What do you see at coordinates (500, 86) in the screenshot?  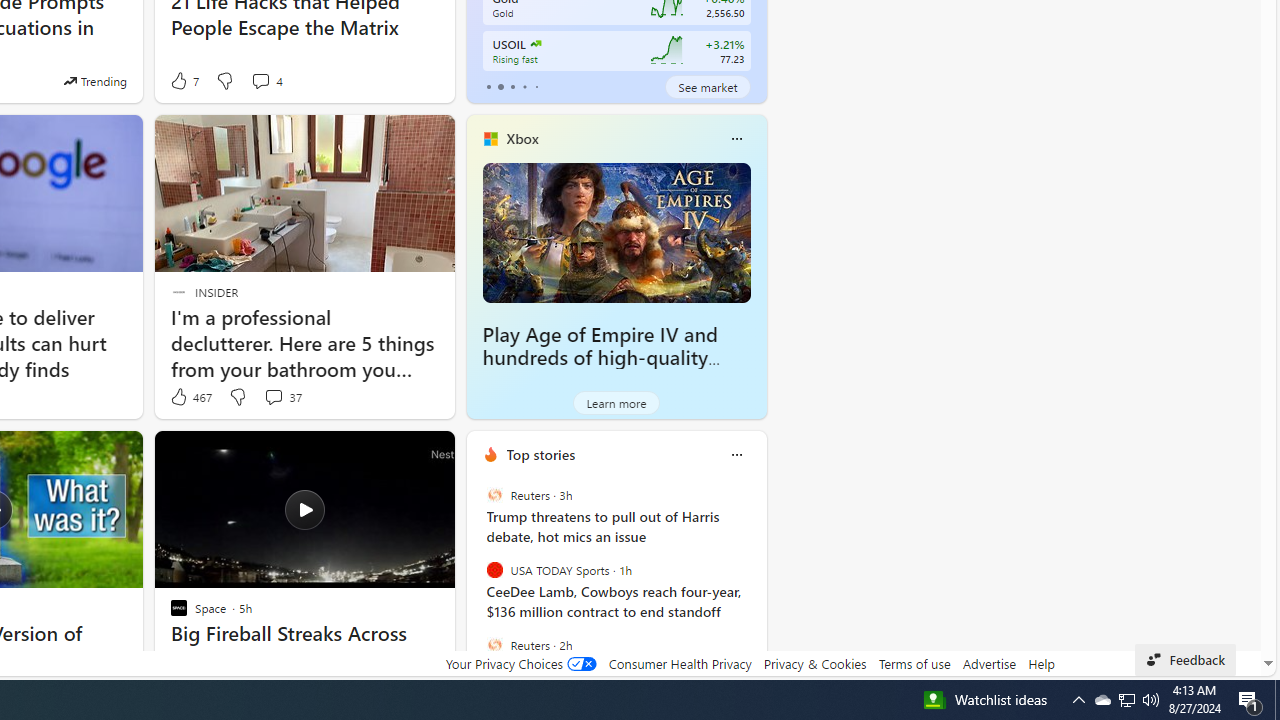 I see `'tab-1'` at bounding box center [500, 86].